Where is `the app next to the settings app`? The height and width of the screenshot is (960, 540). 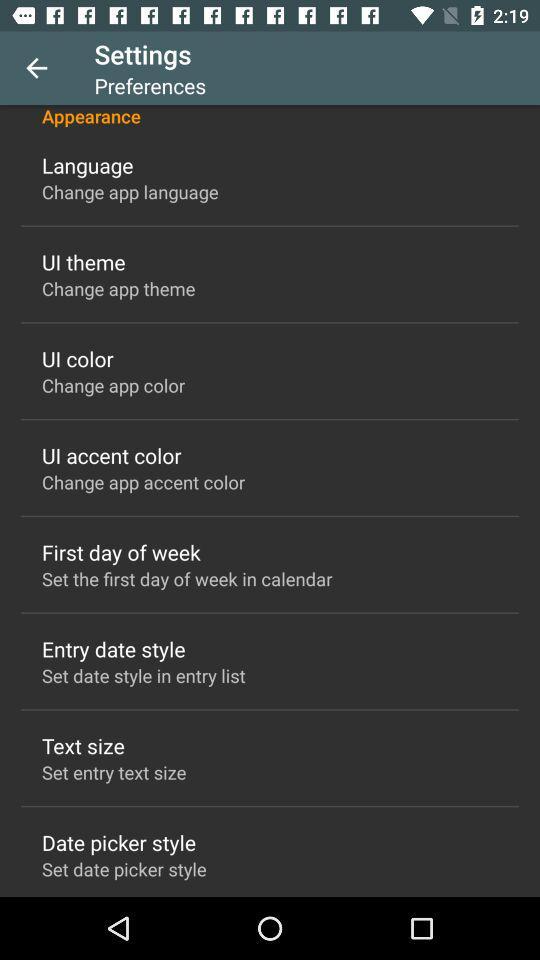
the app next to the settings app is located at coordinates (36, 68).